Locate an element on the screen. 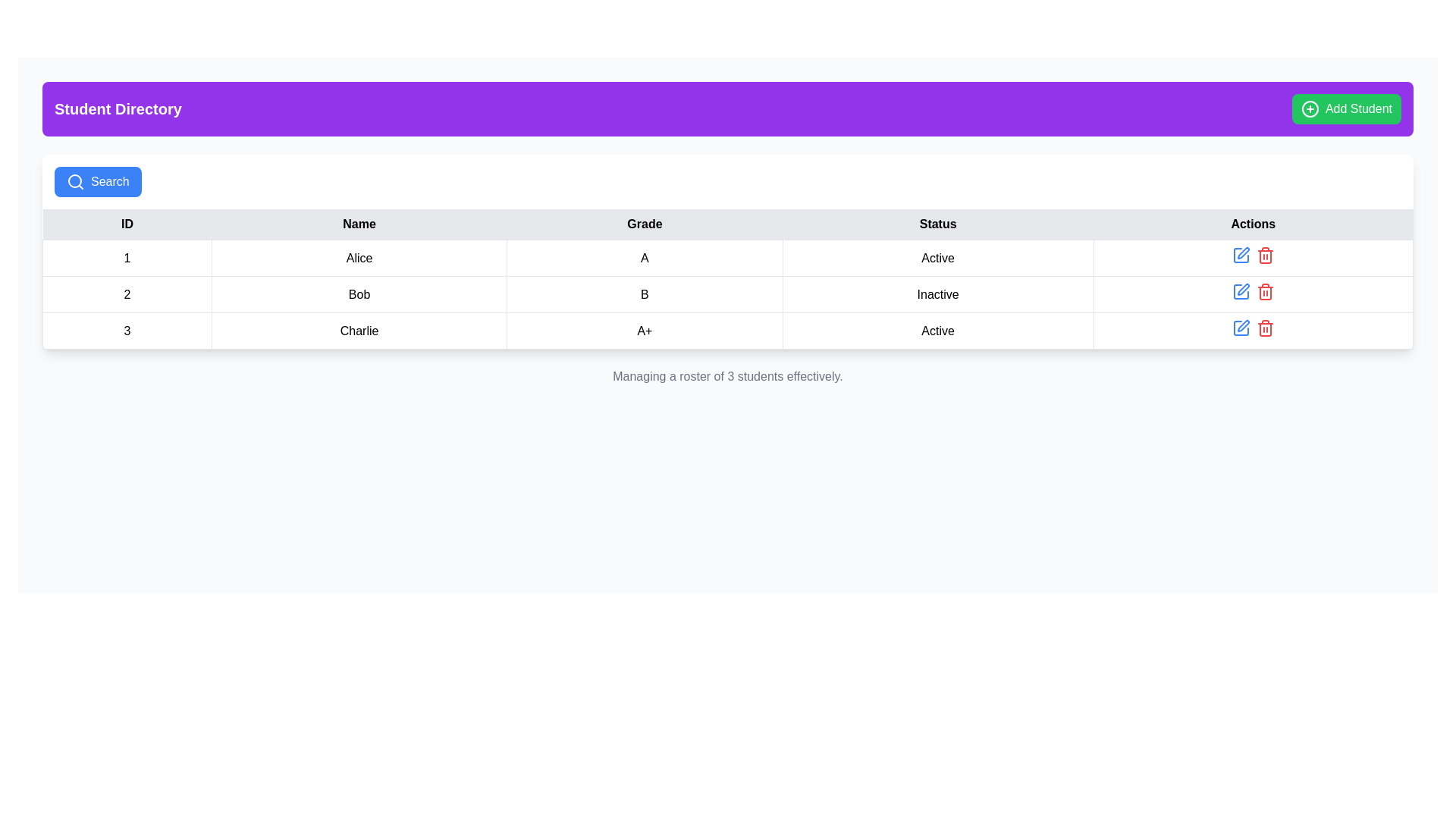  the 'Search' button, which has a blue background, white text, and a magnifying glass icon, located below the 'Student Directory' header is located at coordinates (97, 180).